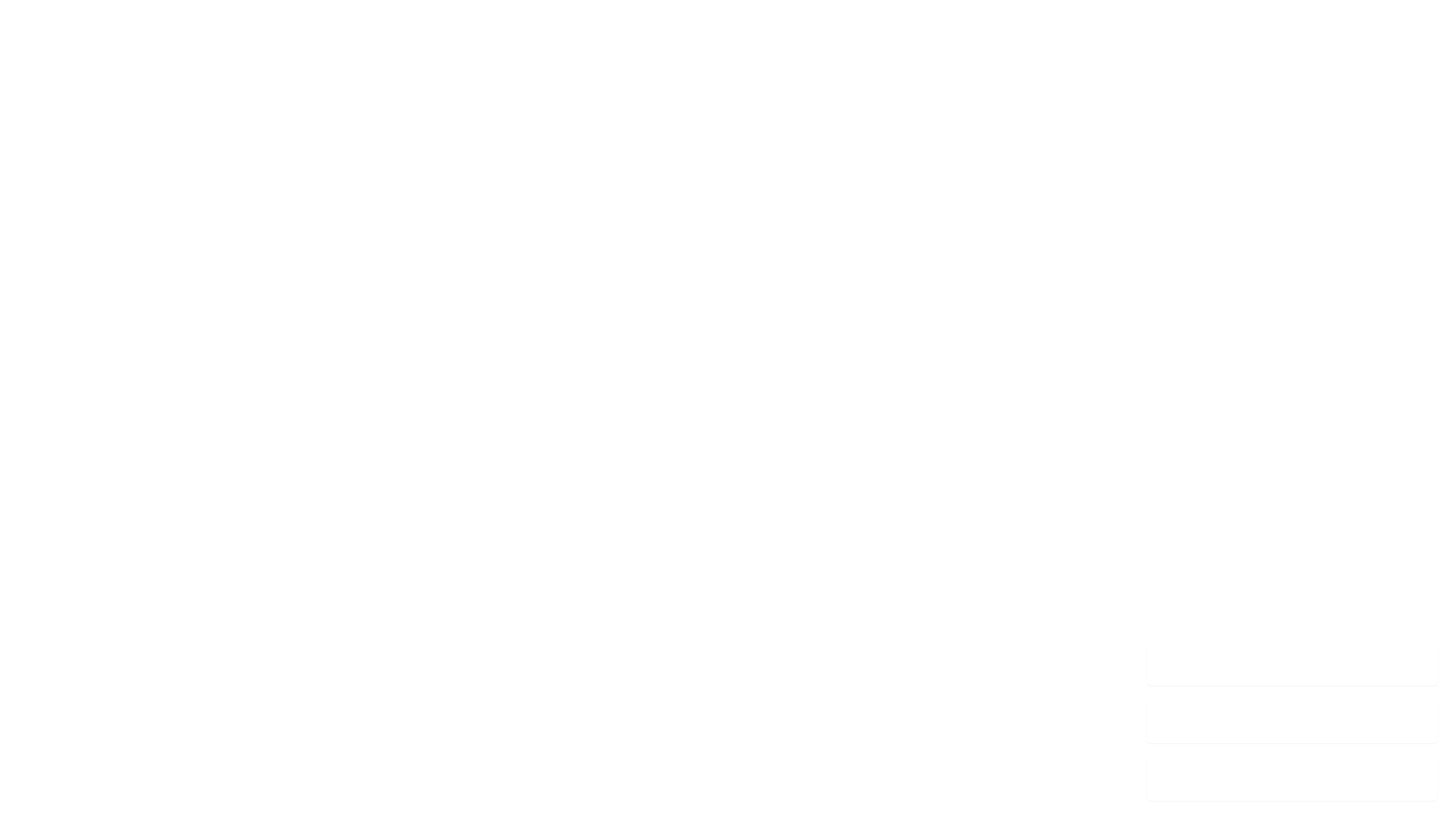 This screenshot has width=1456, height=819. What do you see at coordinates (1420, 662) in the screenshot?
I see `the dismiss button located at the far right of the notification message` at bounding box center [1420, 662].